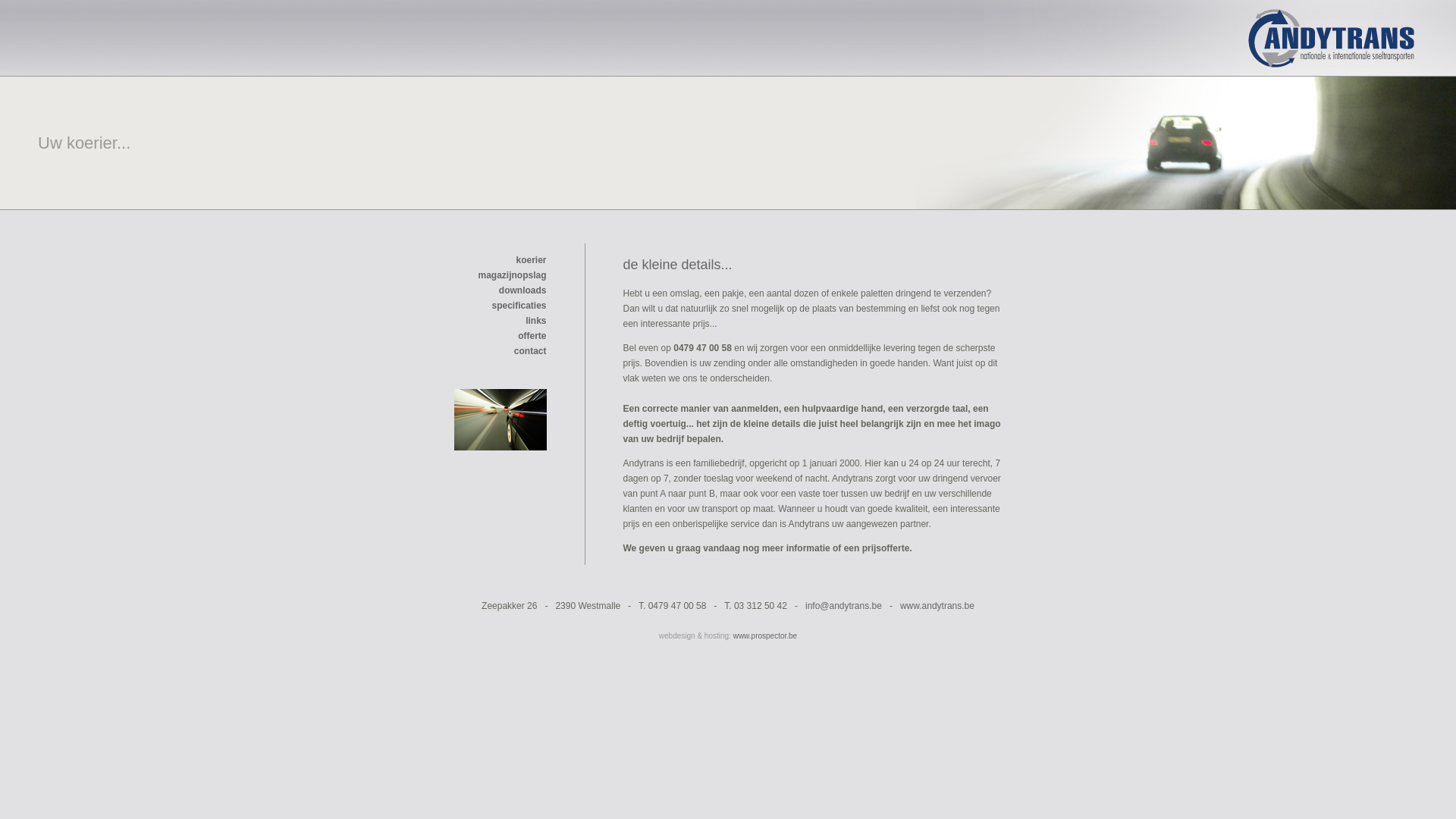  Describe the element at coordinates (530, 350) in the screenshot. I see `'contact'` at that location.